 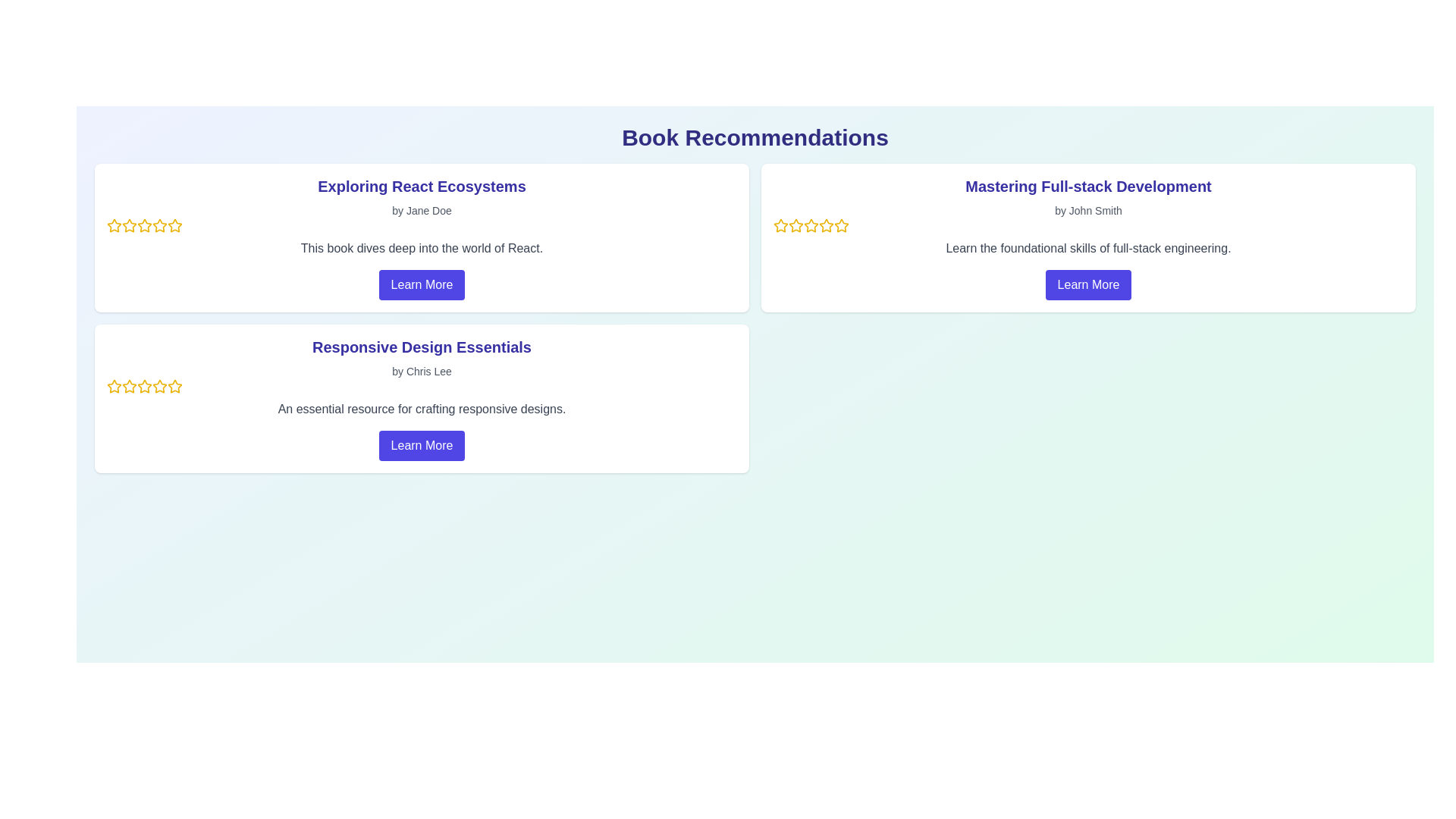 I want to click on the third star-shaped icon in the rating system under the title 'Exploring React Ecosystems' to rate it, so click(x=130, y=225).